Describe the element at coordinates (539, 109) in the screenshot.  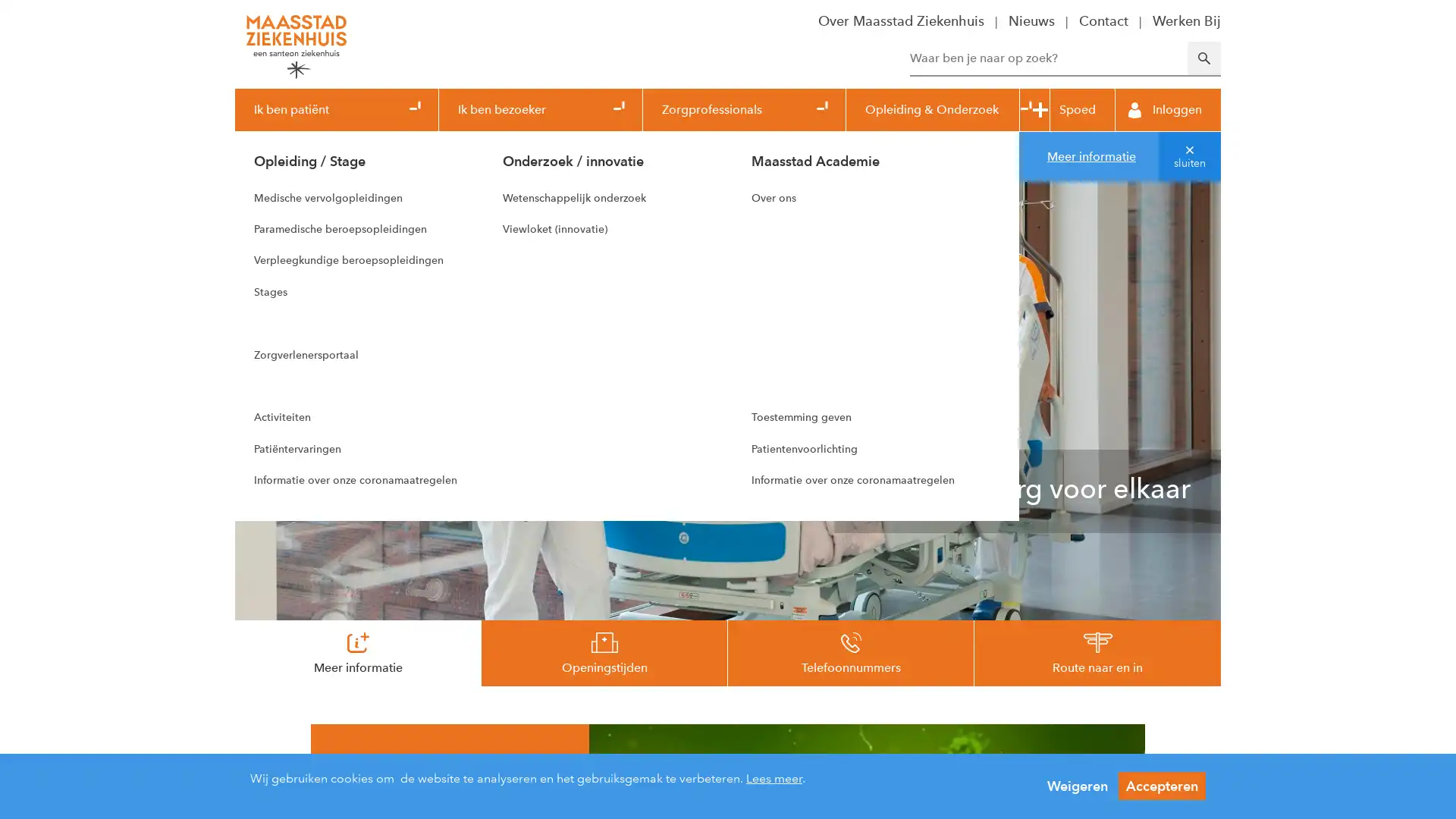
I see `Ik ben bezoeker` at that location.